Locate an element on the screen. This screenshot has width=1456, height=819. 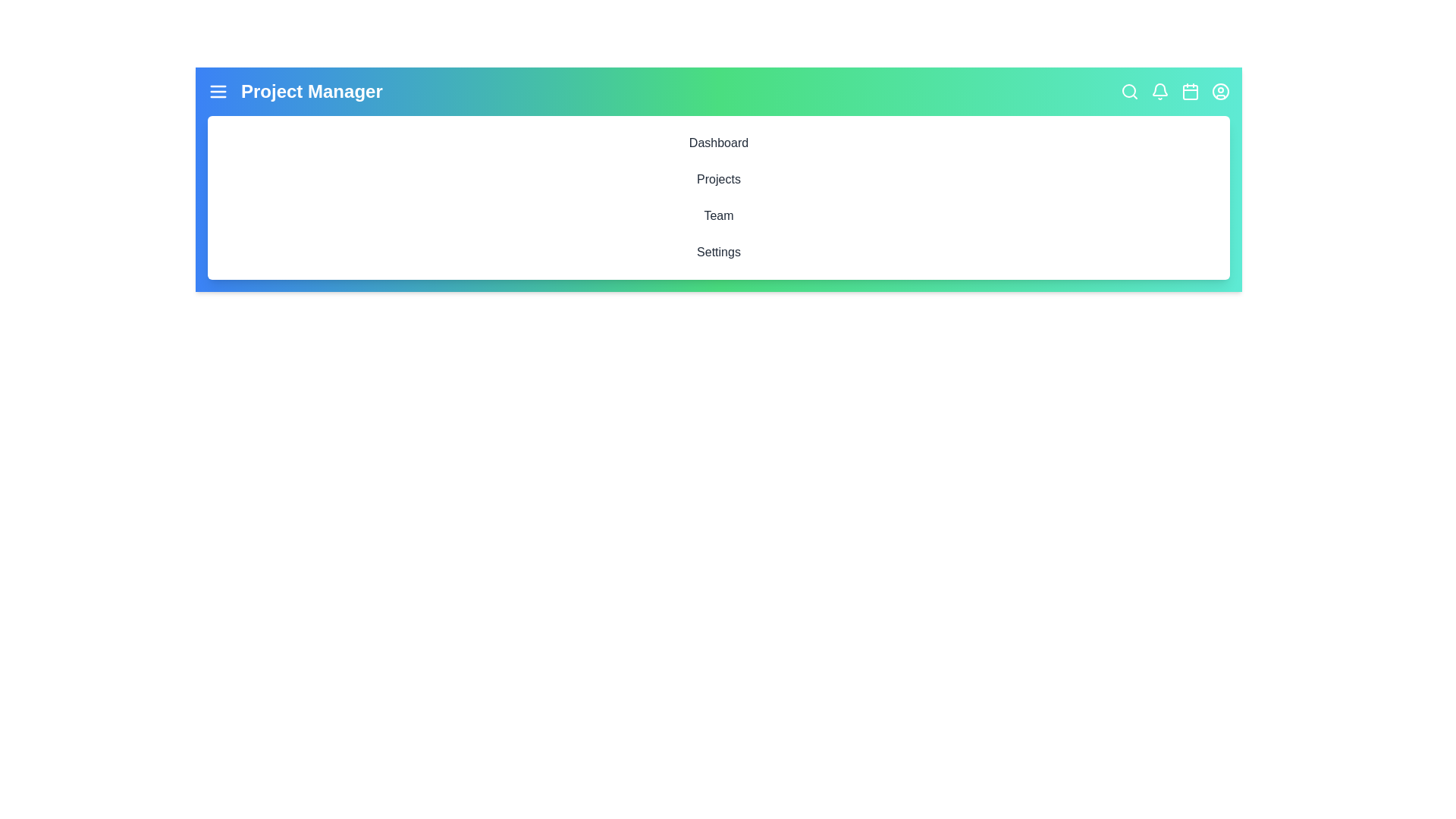
the interactive element UserCircle to inspect its hover effect is located at coordinates (1220, 91).